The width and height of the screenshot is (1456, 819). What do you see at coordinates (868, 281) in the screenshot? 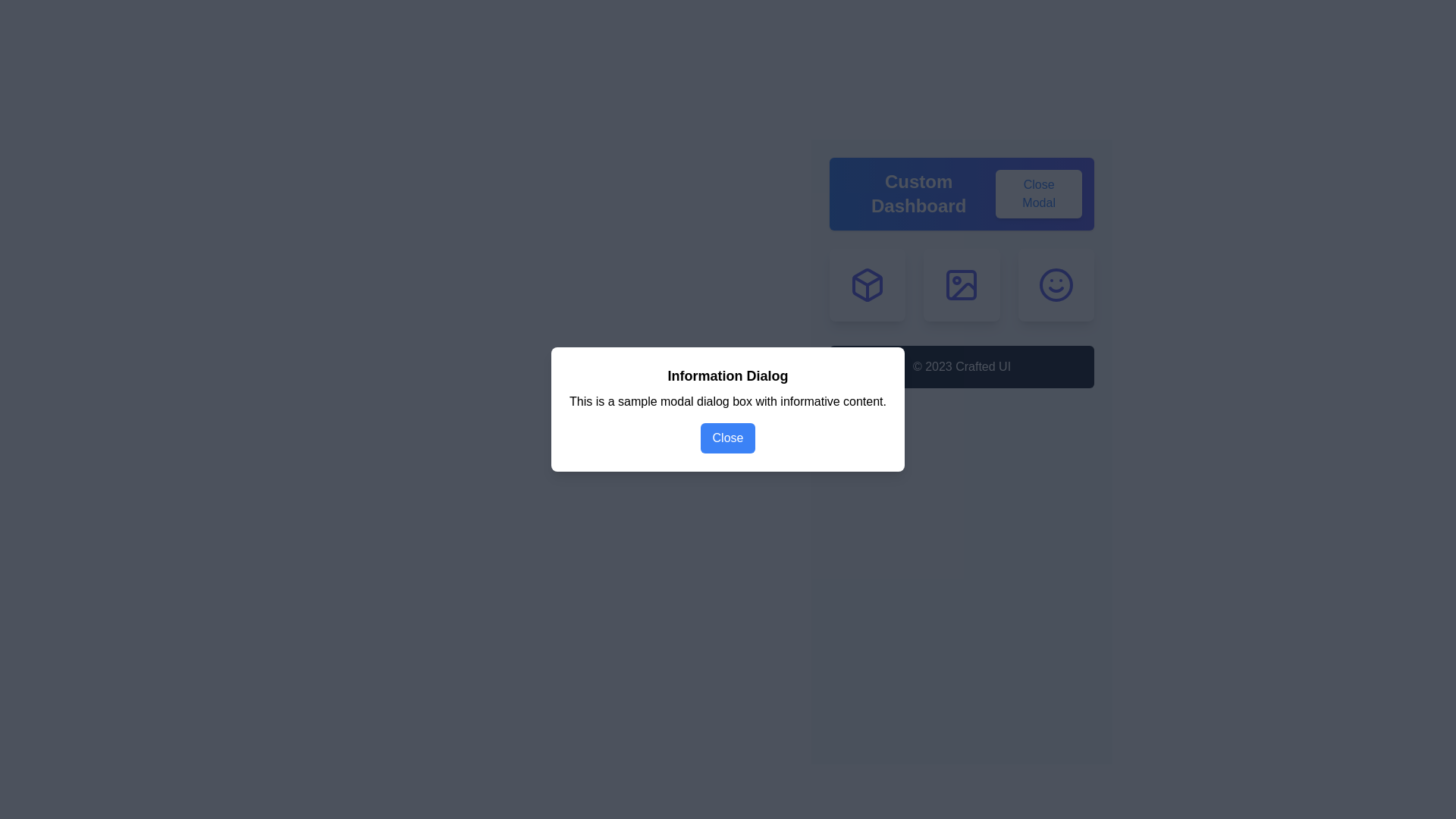
I see `the middle chevron-shaped feature within the purple three-dimensional box icon located in the upper section of the interface` at bounding box center [868, 281].